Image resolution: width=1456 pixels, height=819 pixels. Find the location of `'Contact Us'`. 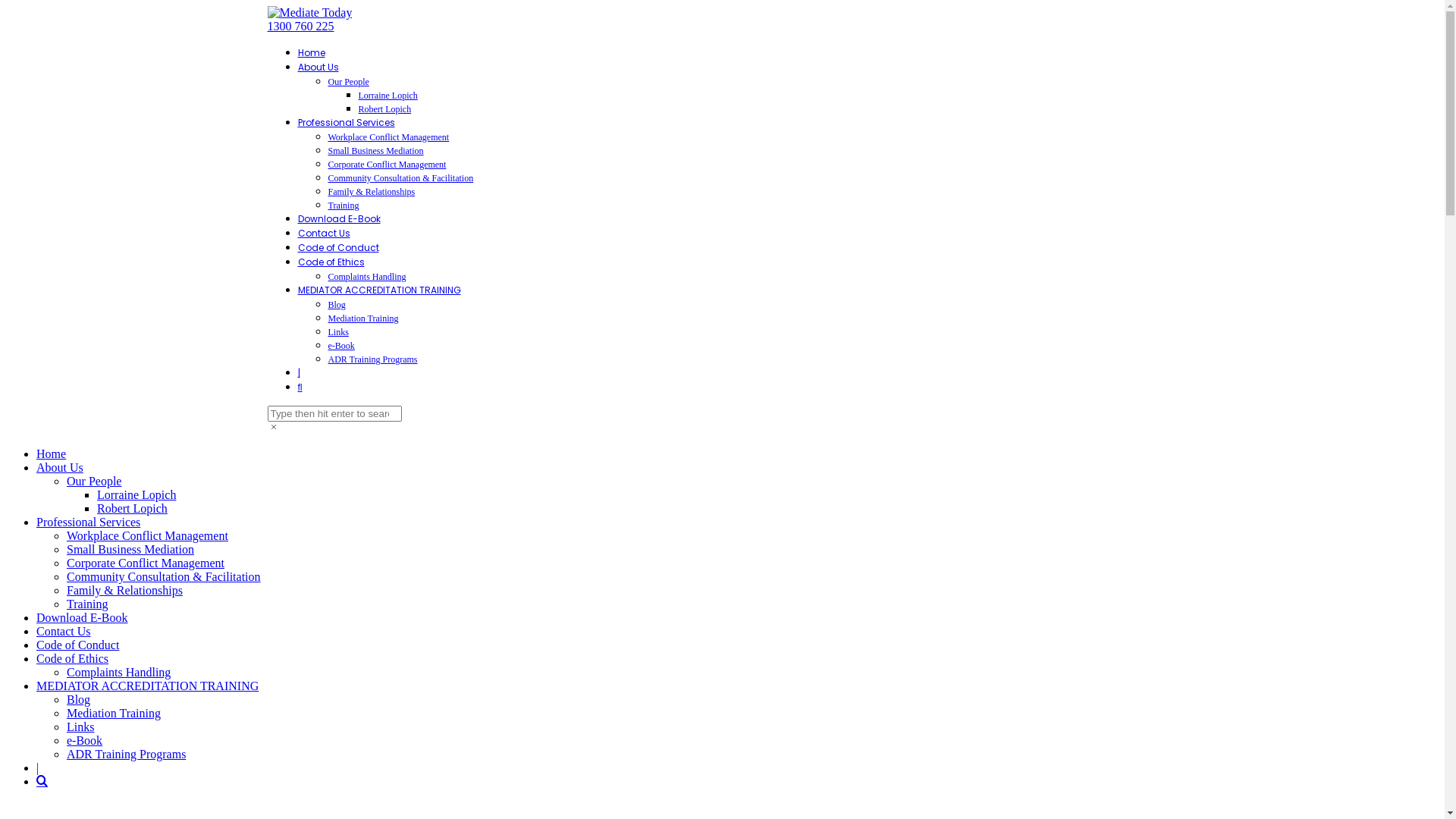

'Contact Us' is located at coordinates (36, 631).